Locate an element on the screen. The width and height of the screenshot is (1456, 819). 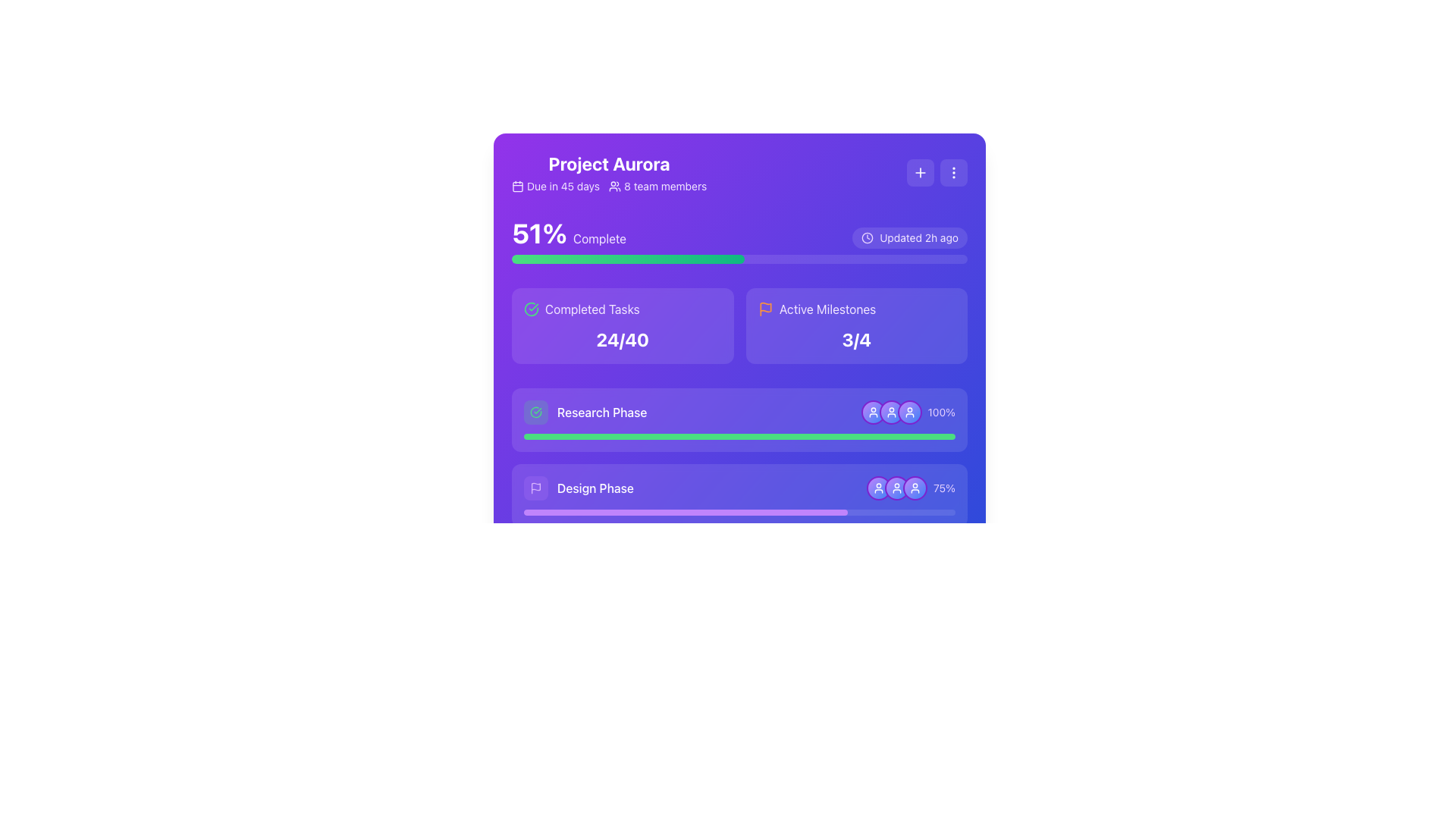
the 'Due in 45 days' label, which includes a small calendar icon, located just below the 'Project Aurora' header and to the left of the '8 team members' text is located at coordinates (555, 186).